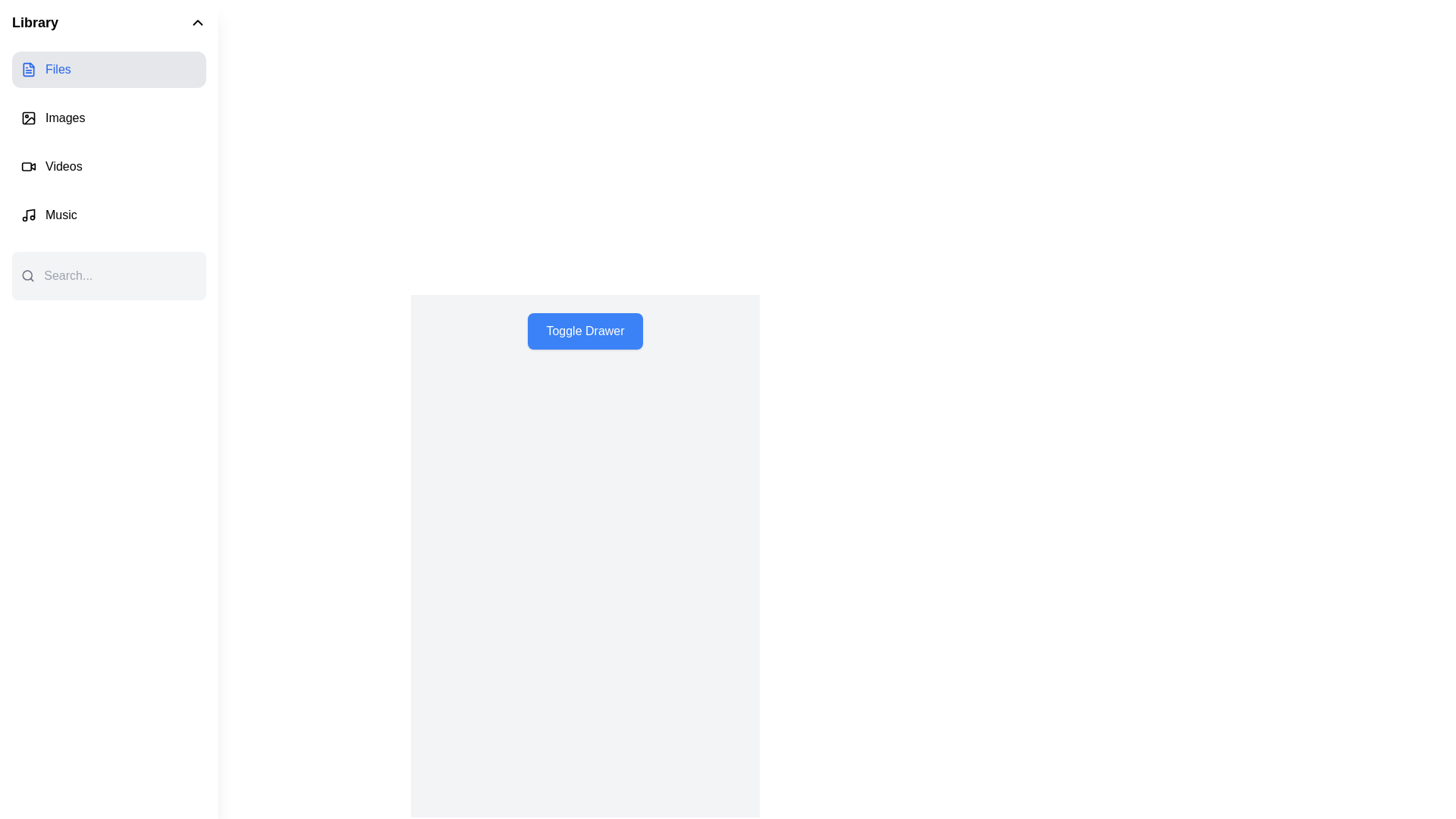  I want to click on the Text label that serves to navigate to the music section, located within the third item of the navigation list, positioned below 'Videos' and above the search bar, so click(61, 215).